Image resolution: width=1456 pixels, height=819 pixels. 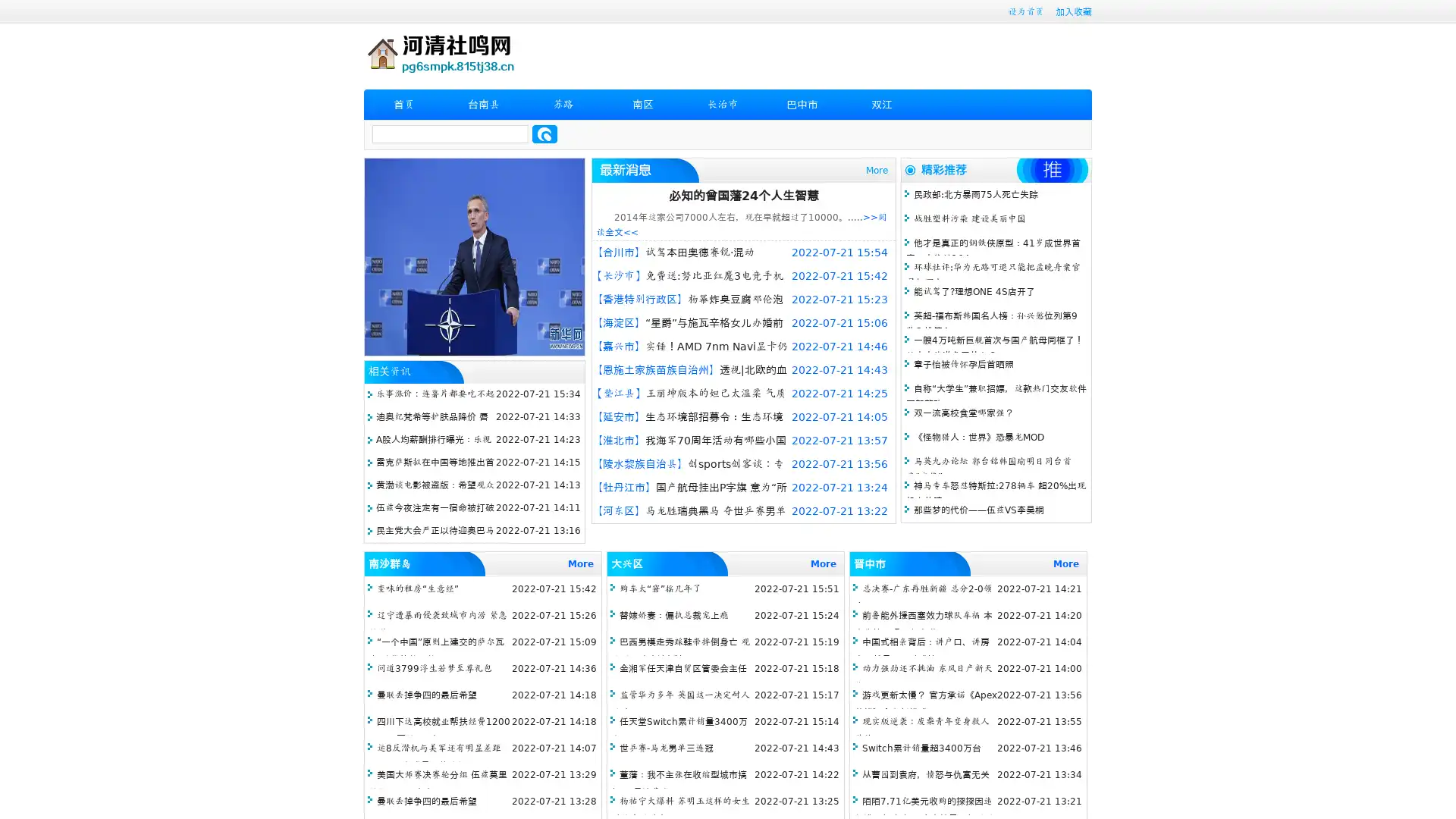 What do you see at coordinates (544, 133) in the screenshot?
I see `Search` at bounding box center [544, 133].